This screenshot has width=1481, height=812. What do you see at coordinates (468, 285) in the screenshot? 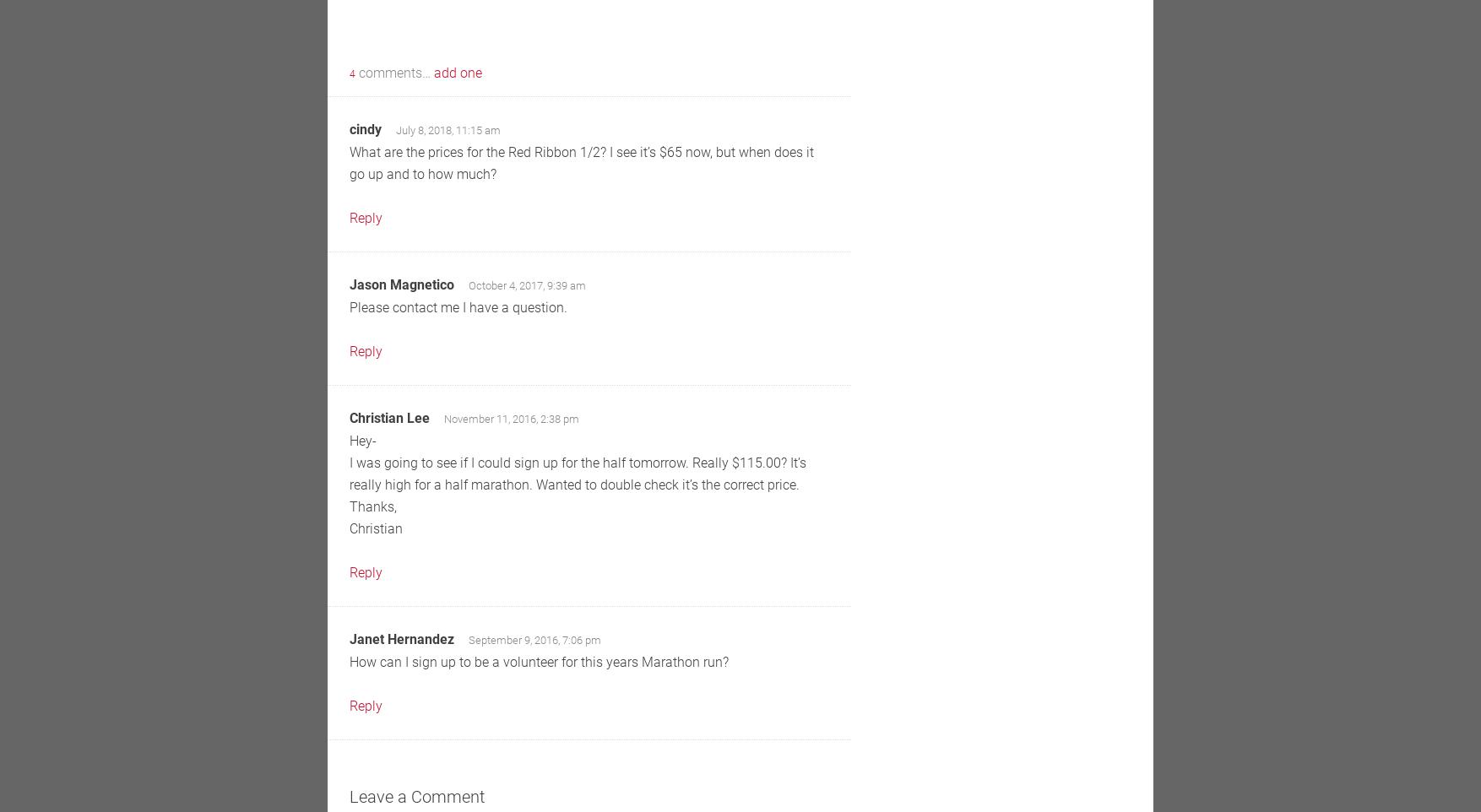
I see `'October 4, 2017, 9:39 am'` at bounding box center [468, 285].